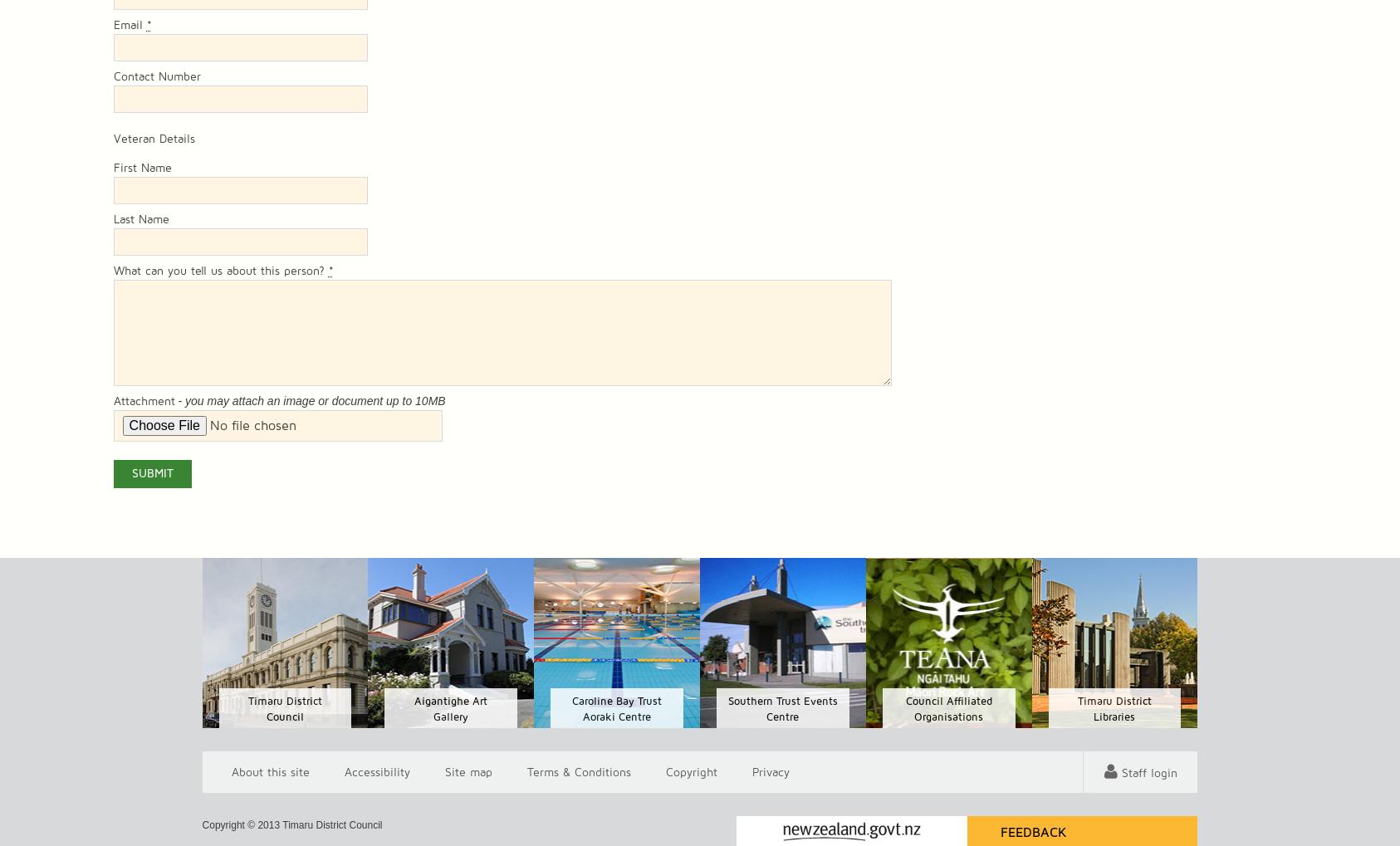 This screenshot has width=1400, height=846. Describe the element at coordinates (129, 24) in the screenshot. I see `'Email'` at that location.